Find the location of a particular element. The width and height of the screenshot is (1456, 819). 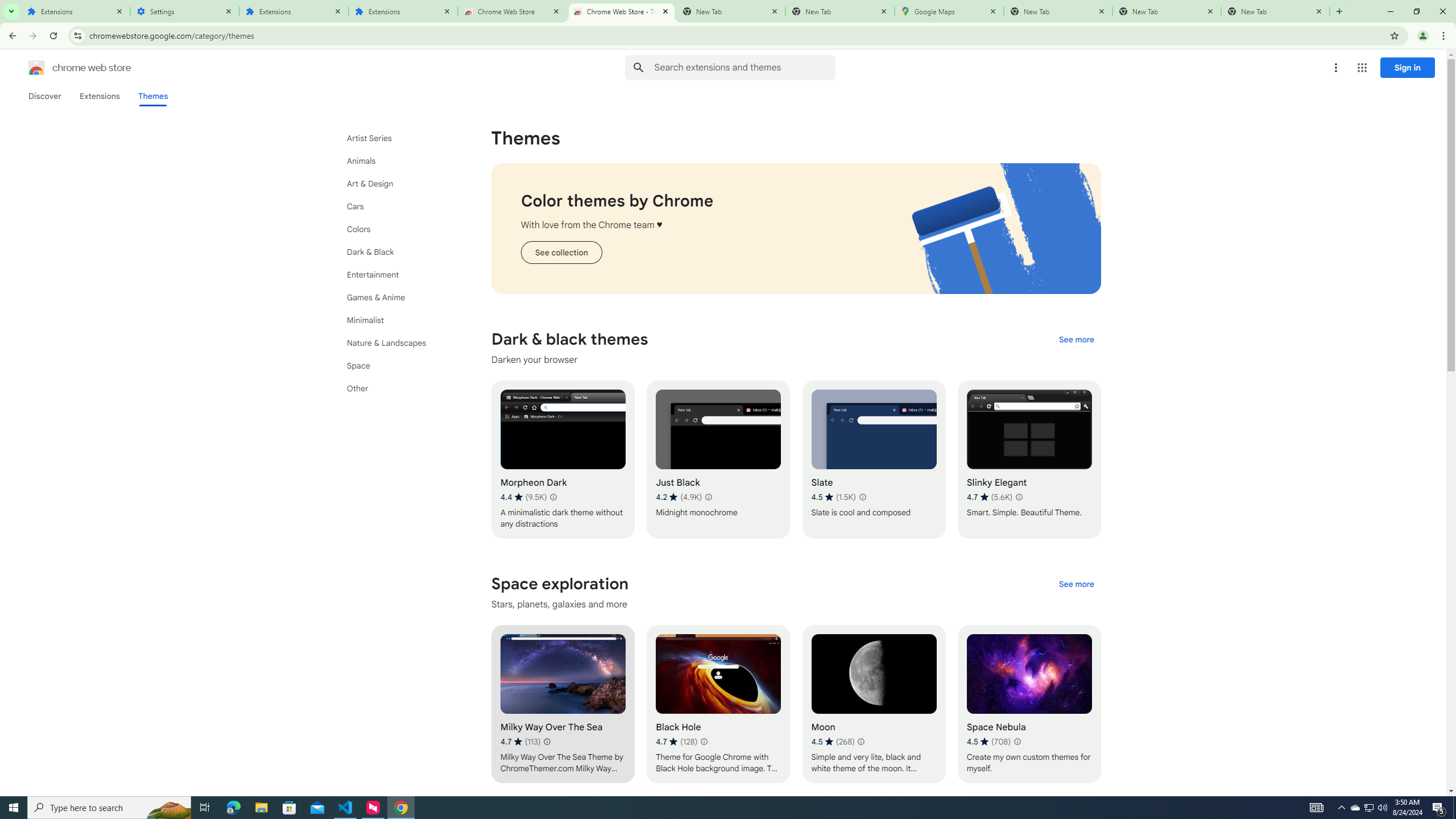

'Learn more about results and reviews "Moon"' is located at coordinates (861, 741).